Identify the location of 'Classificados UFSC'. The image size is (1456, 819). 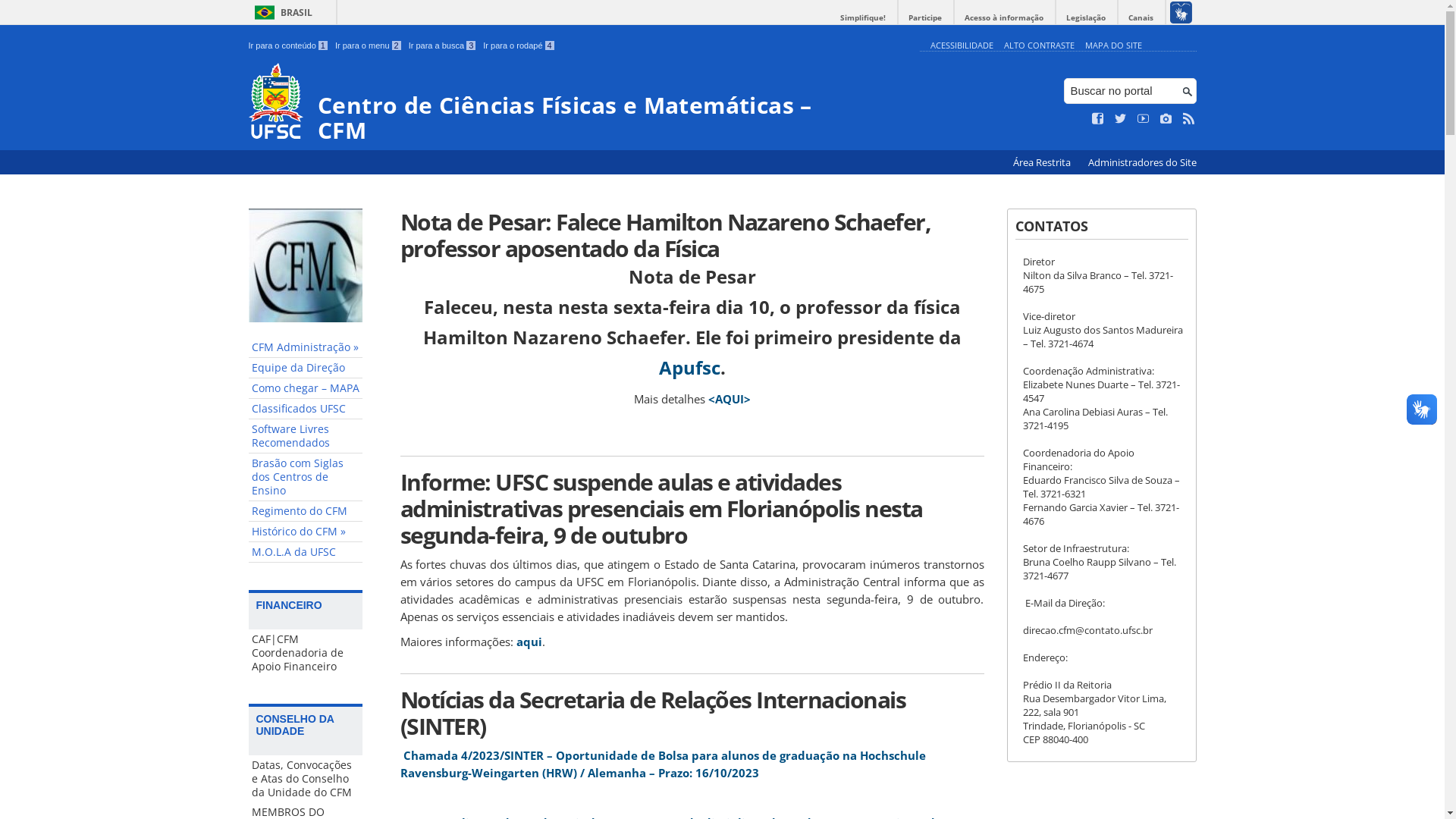
(305, 408).